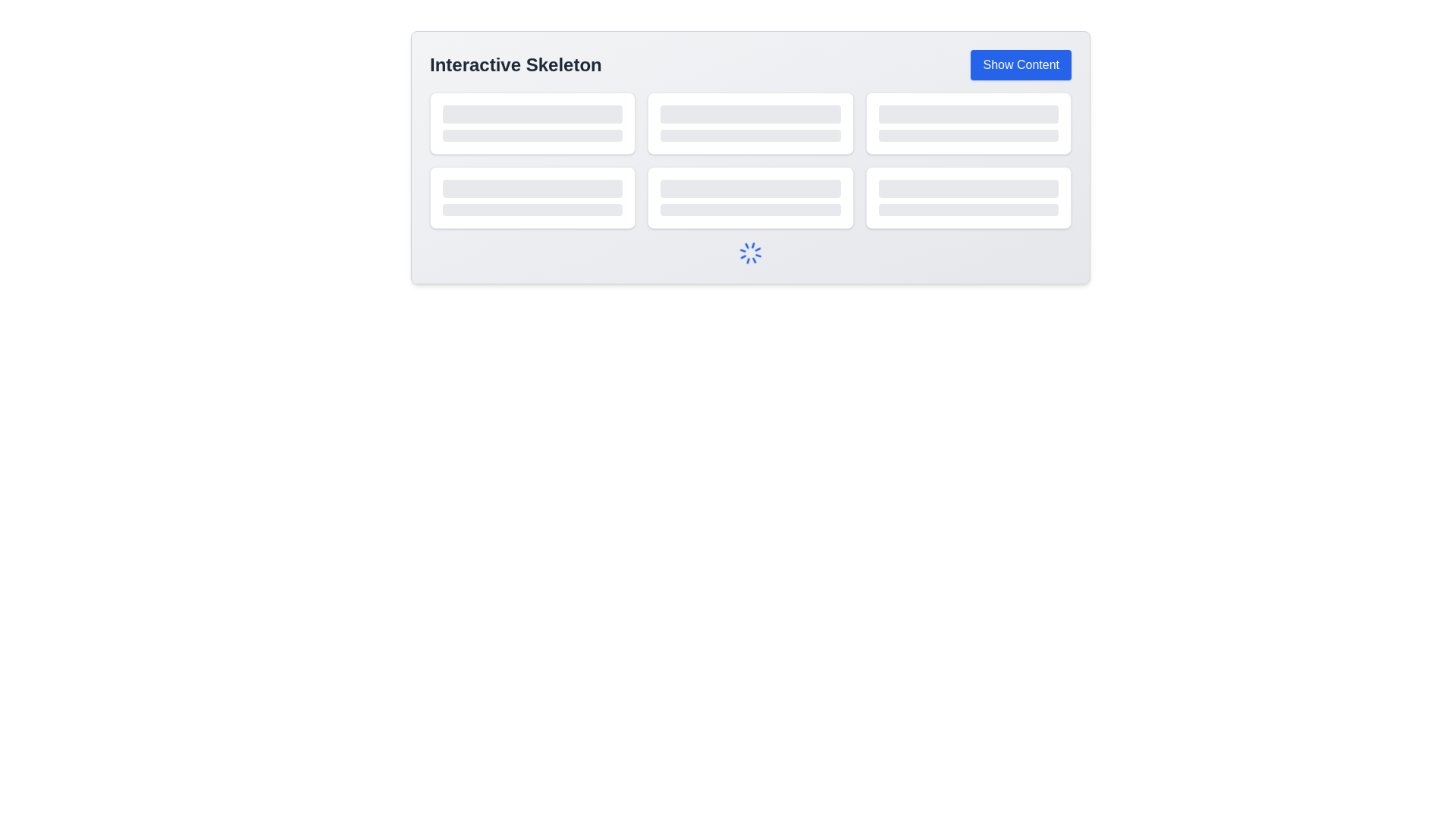  I want to click on the second rectangular loading placeholder, which serves as a visual indicator for loading content in the application's layout, so click(750, 134).